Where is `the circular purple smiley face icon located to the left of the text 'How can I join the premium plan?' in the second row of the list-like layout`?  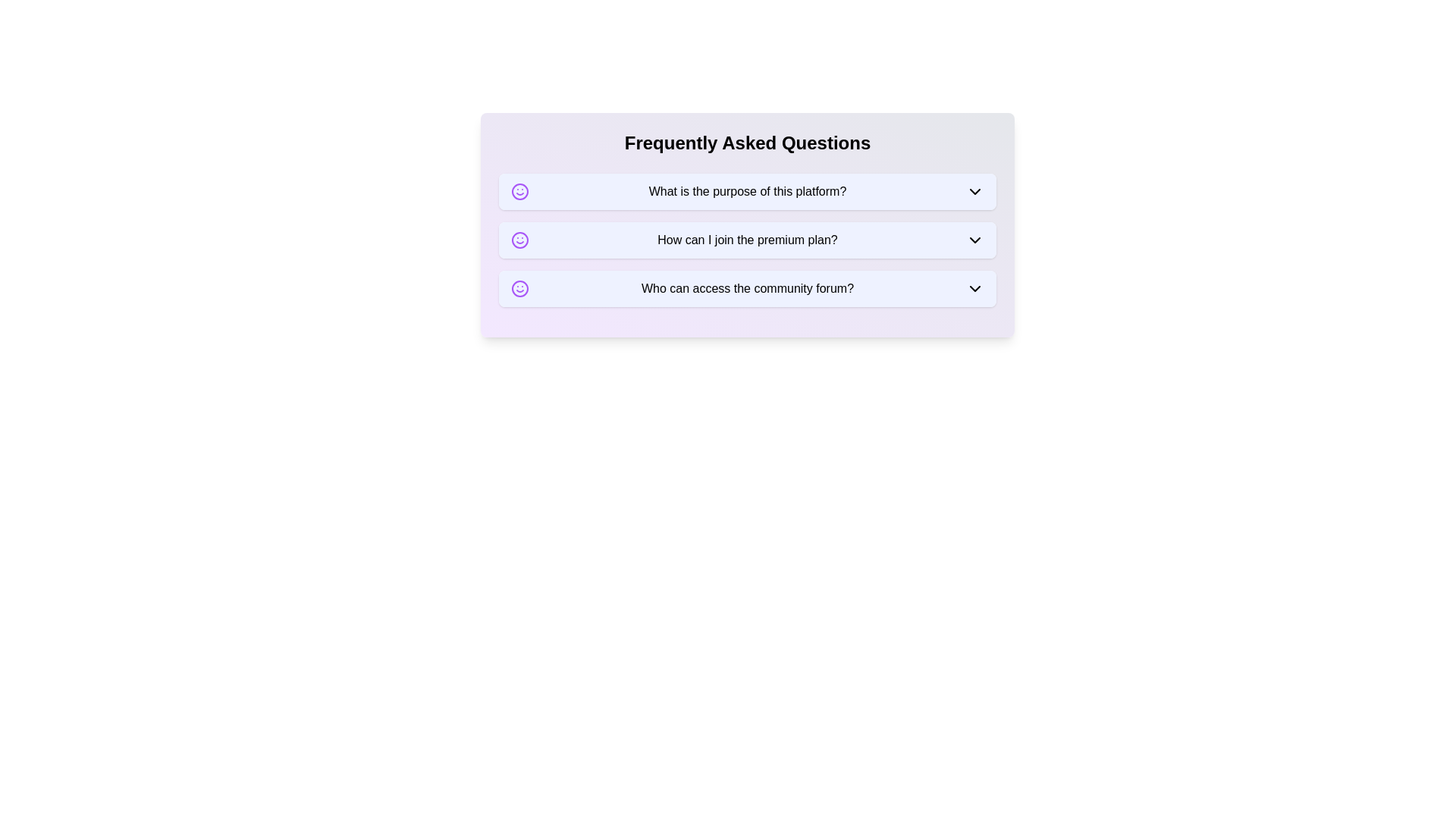
the circular purple smiley face icon located to the left of the text 'How can I join the premium plan?' in the second row of the list-like layout is located at coordinates (520, 239).